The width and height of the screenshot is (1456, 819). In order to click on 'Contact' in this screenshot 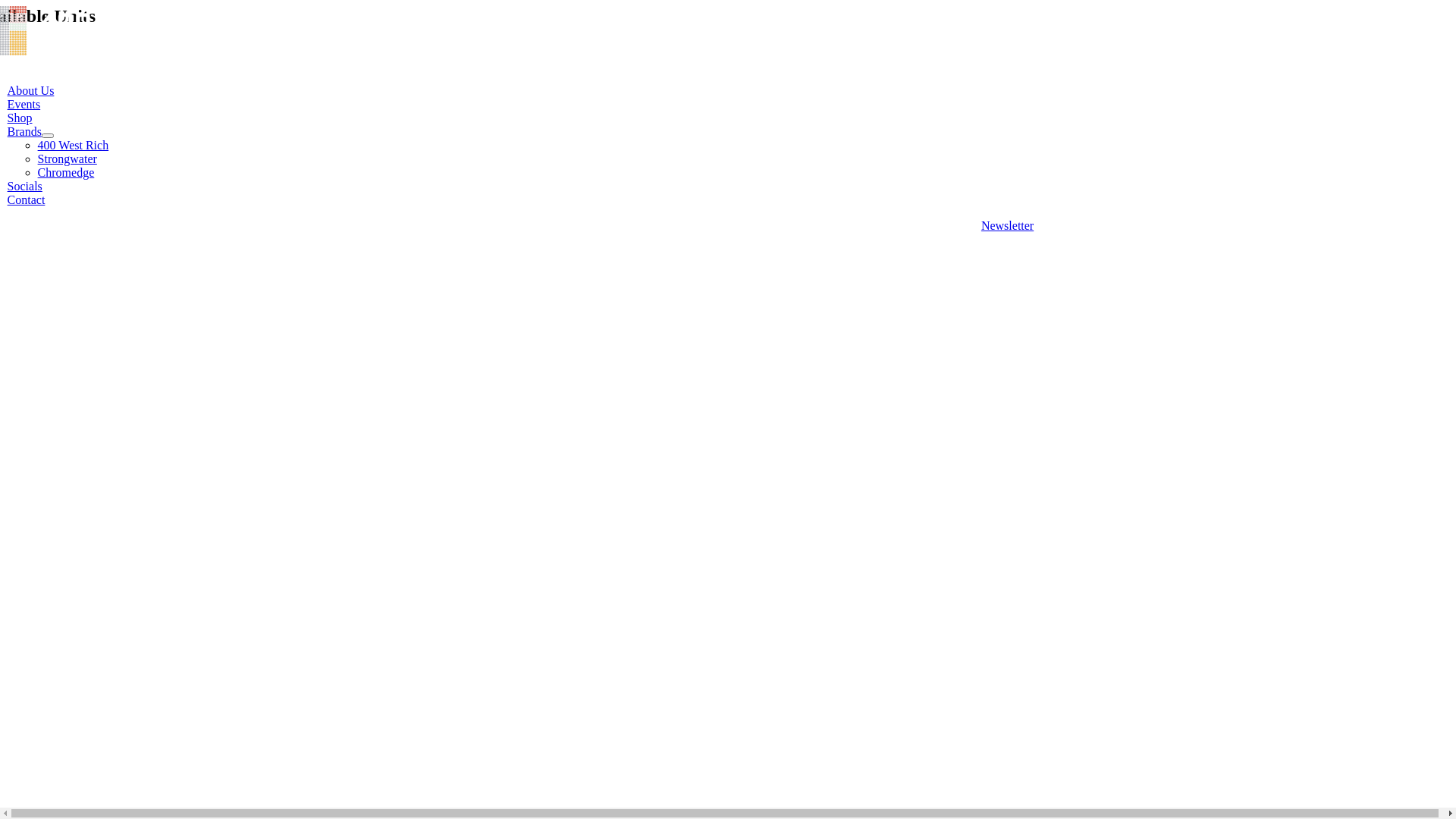, I will do `click(26, 199)`.